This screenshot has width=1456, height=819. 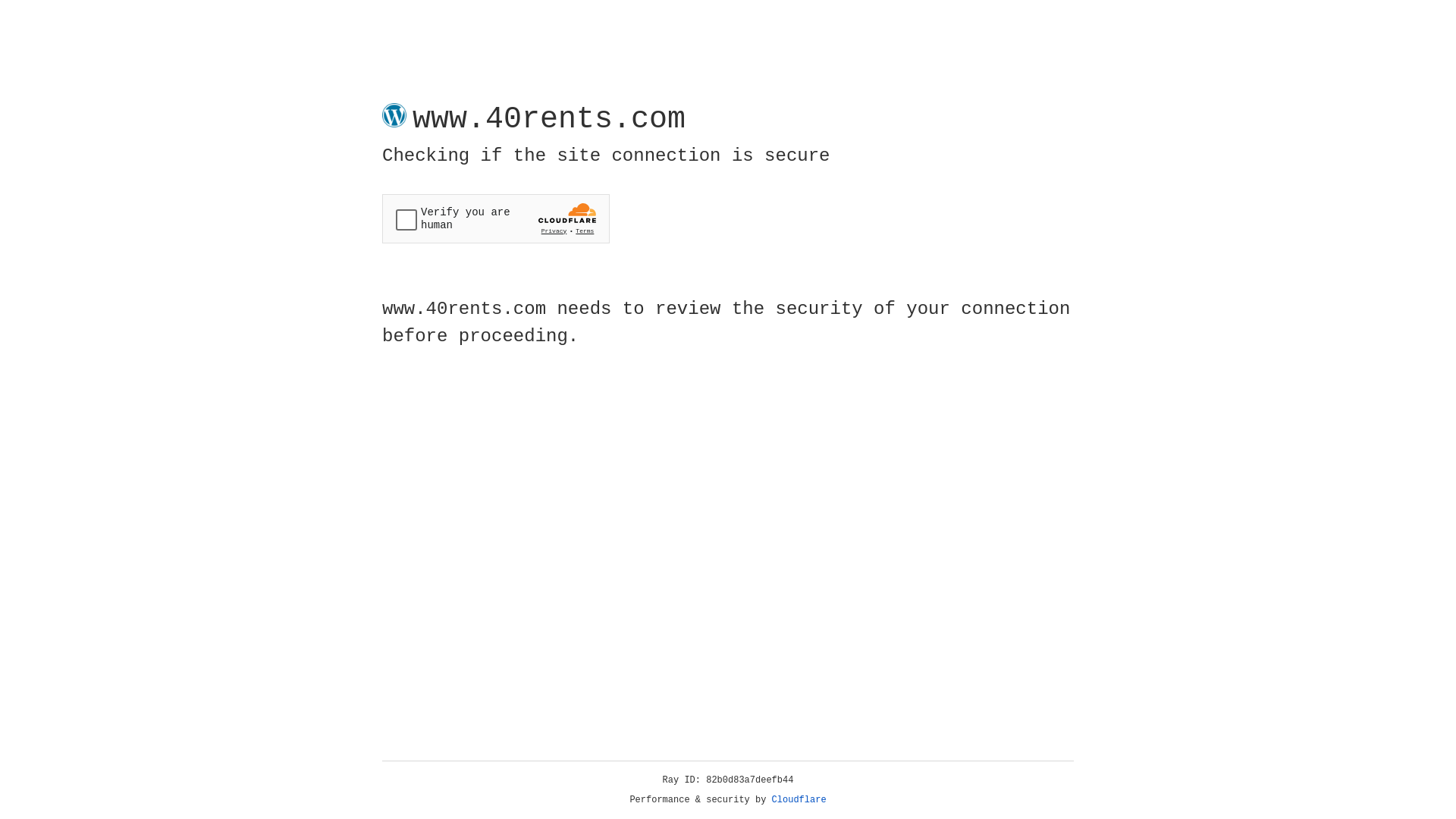 I want to click on 'Widget containing a Cloudflare security challenge', so click(x=495, y=218).